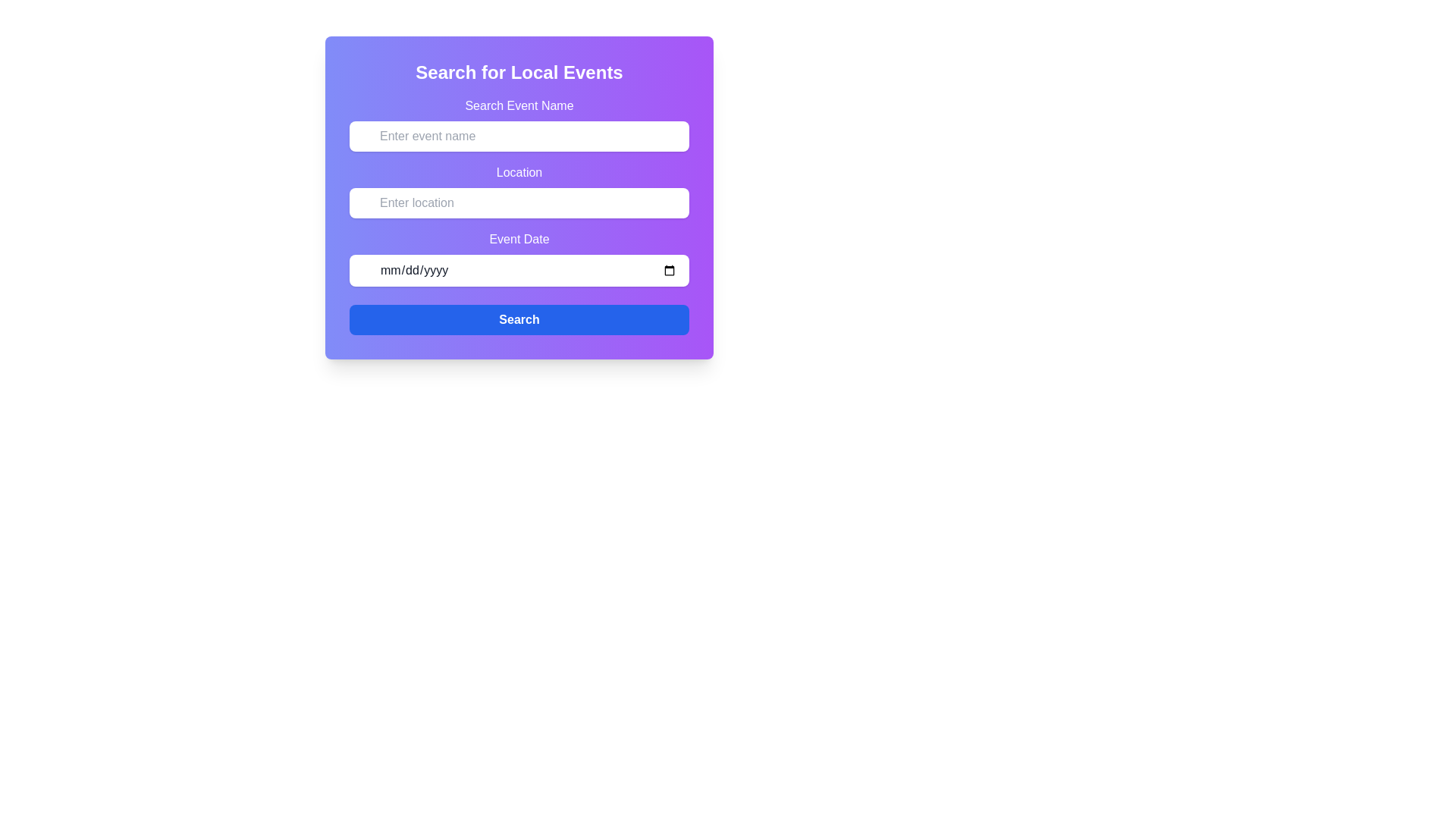  Describe the element at coordinates (519, 239) in the screenshot. I see `the 'Event Date' label, which indicates the input field for specifying the event date, located beneath the 'Location' input field and above the date picker field` at that location.